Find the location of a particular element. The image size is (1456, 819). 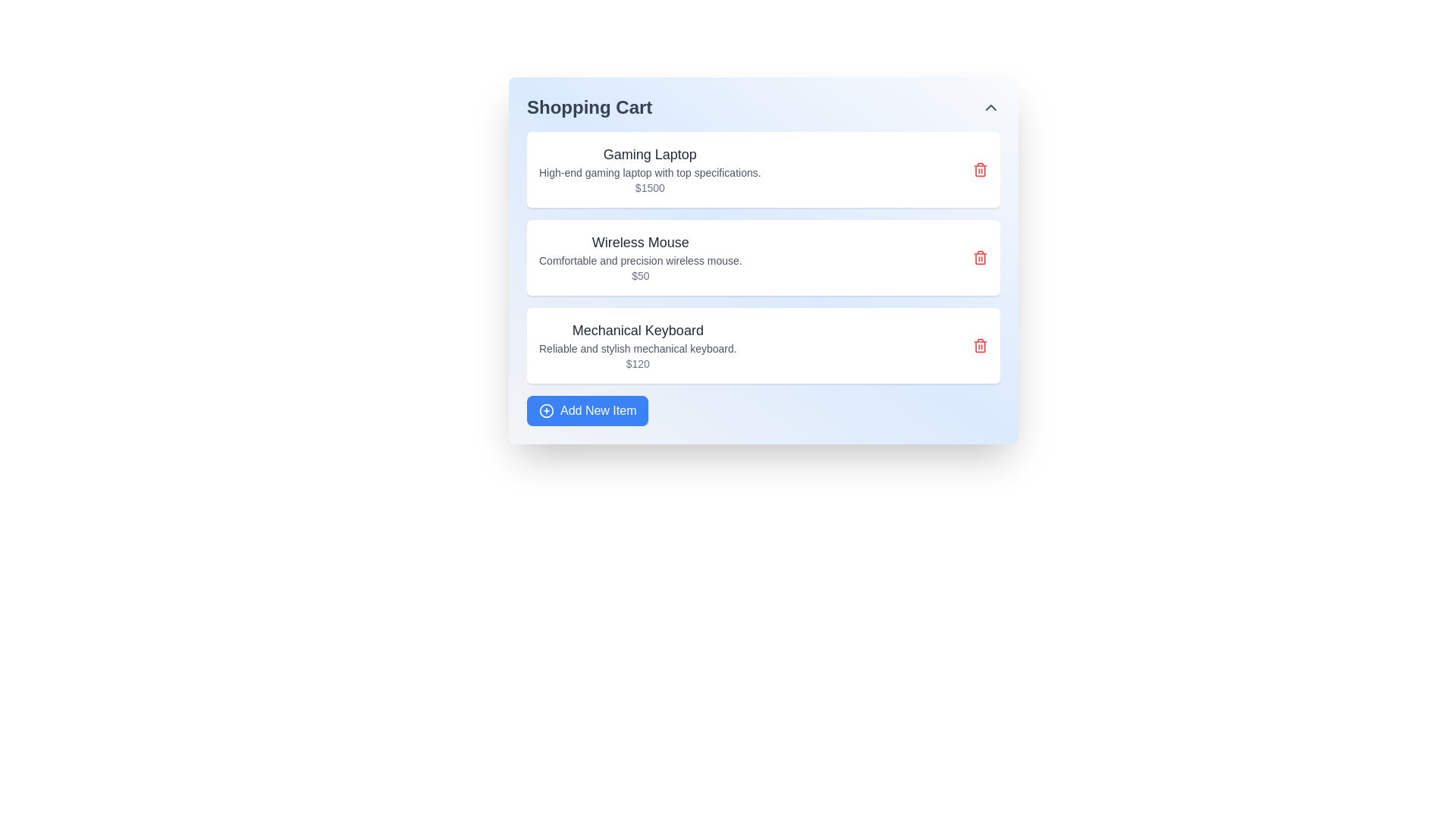

the text block displaying 'Gaming Laptop' in the shopping cart interface, which contains the product name, description, and price is located at coordinates (650, 169).